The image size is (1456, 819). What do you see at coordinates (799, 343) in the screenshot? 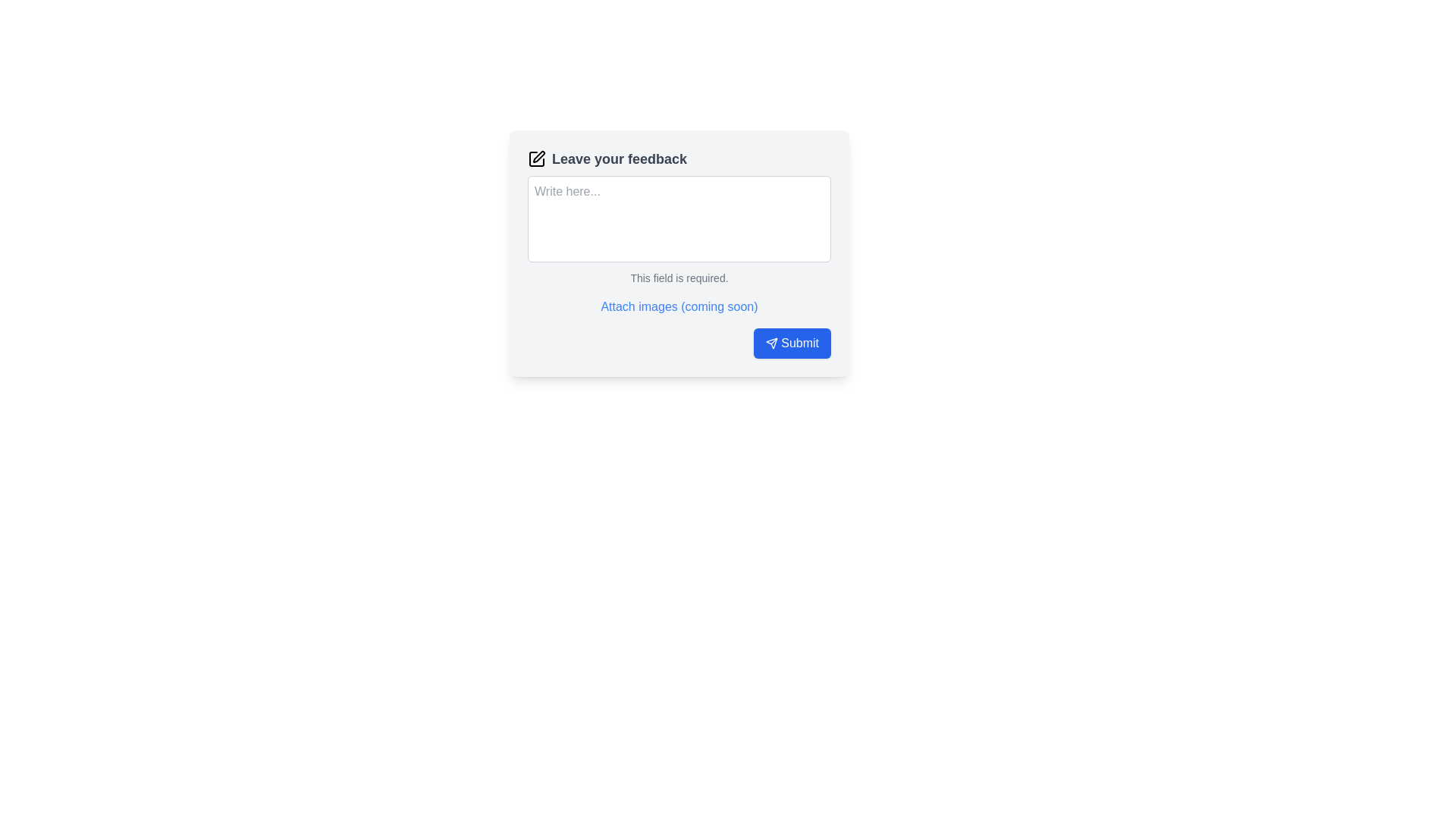
I see `the 'Submit' button located at the bottom-right section of the feedback form` at bounding box center [799, 343].